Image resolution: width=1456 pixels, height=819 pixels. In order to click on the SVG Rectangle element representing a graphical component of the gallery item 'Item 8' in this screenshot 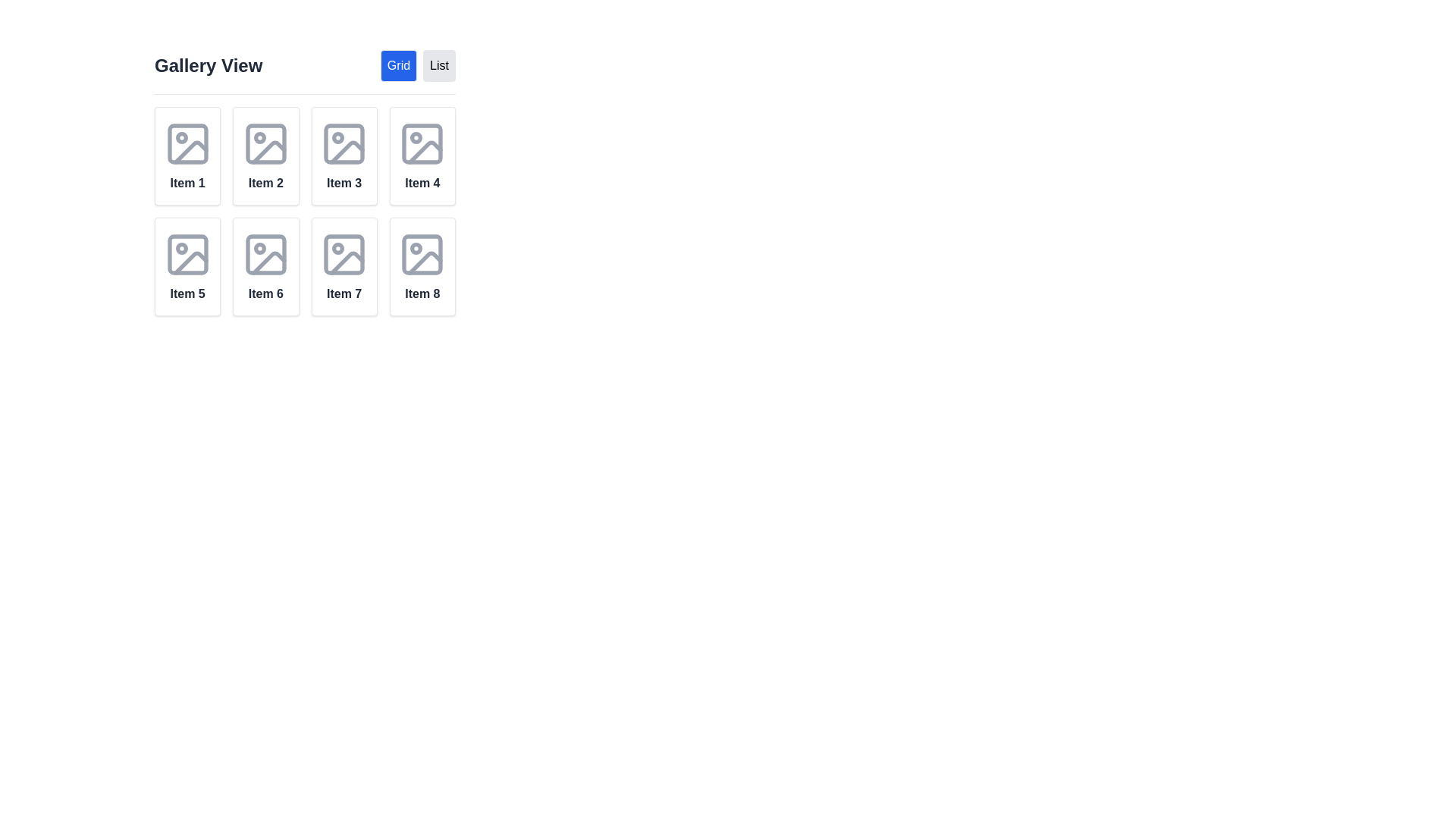, I will do `click(422, 253)`.